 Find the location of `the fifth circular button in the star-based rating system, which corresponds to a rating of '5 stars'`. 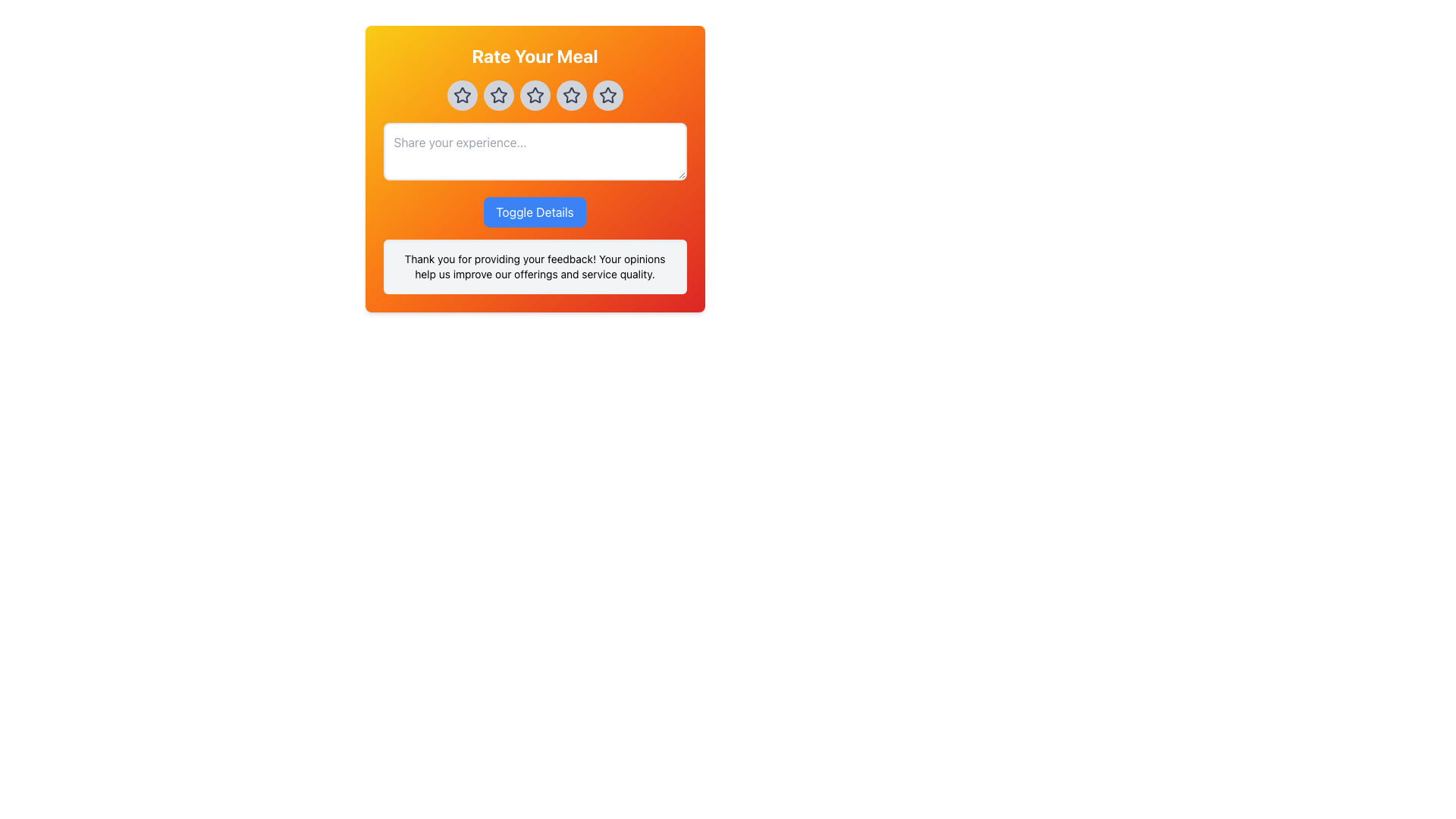

the fifth circular button in the star-based rating system, which corresponds to a rating of '5 stars' is located at coordinates (607, 96).